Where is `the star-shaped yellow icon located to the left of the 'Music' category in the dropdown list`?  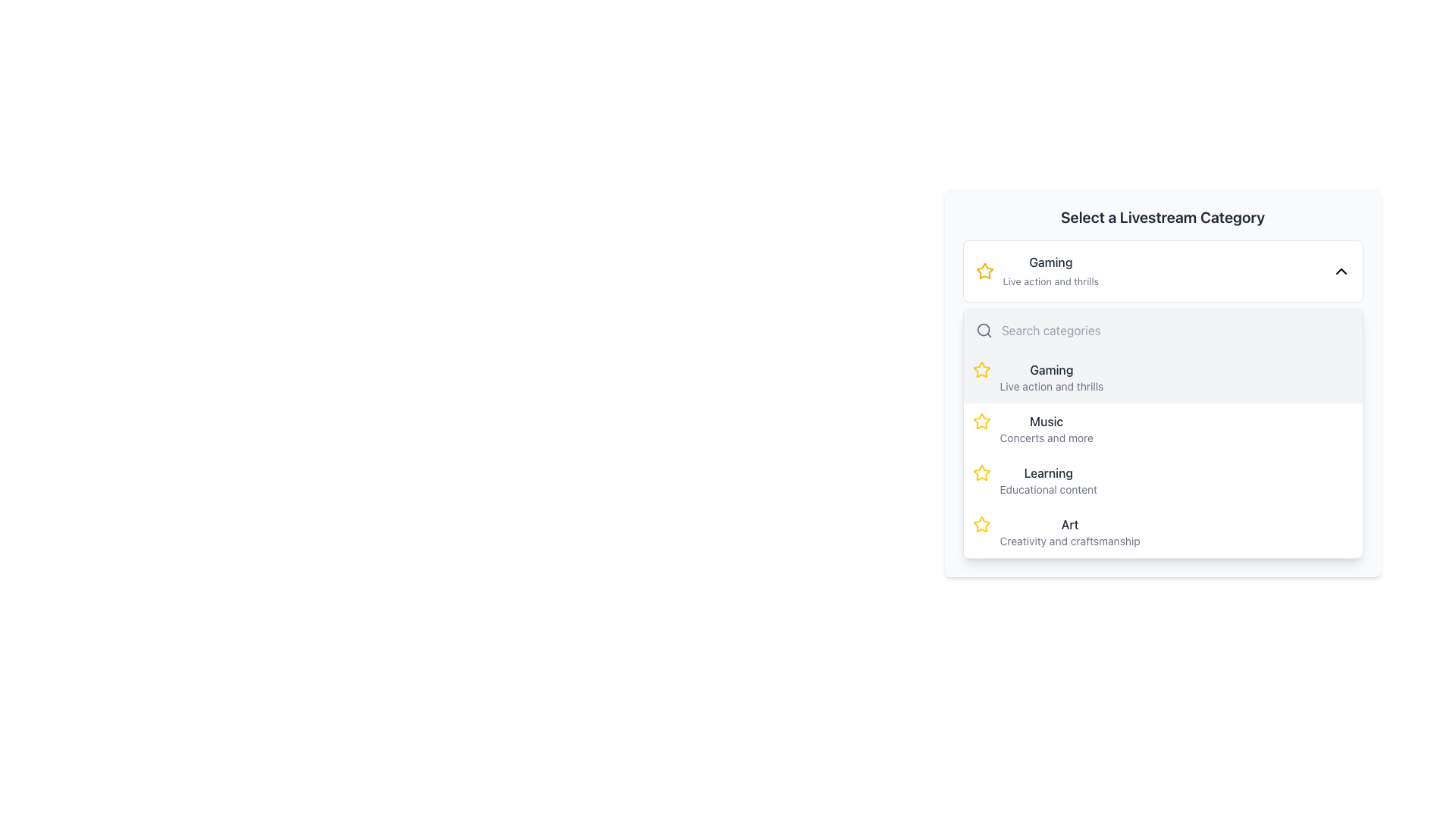 the star-shaped yellow icon located to the left of the 'Music' category in the dropdown list is located at coordinates (981, 421).